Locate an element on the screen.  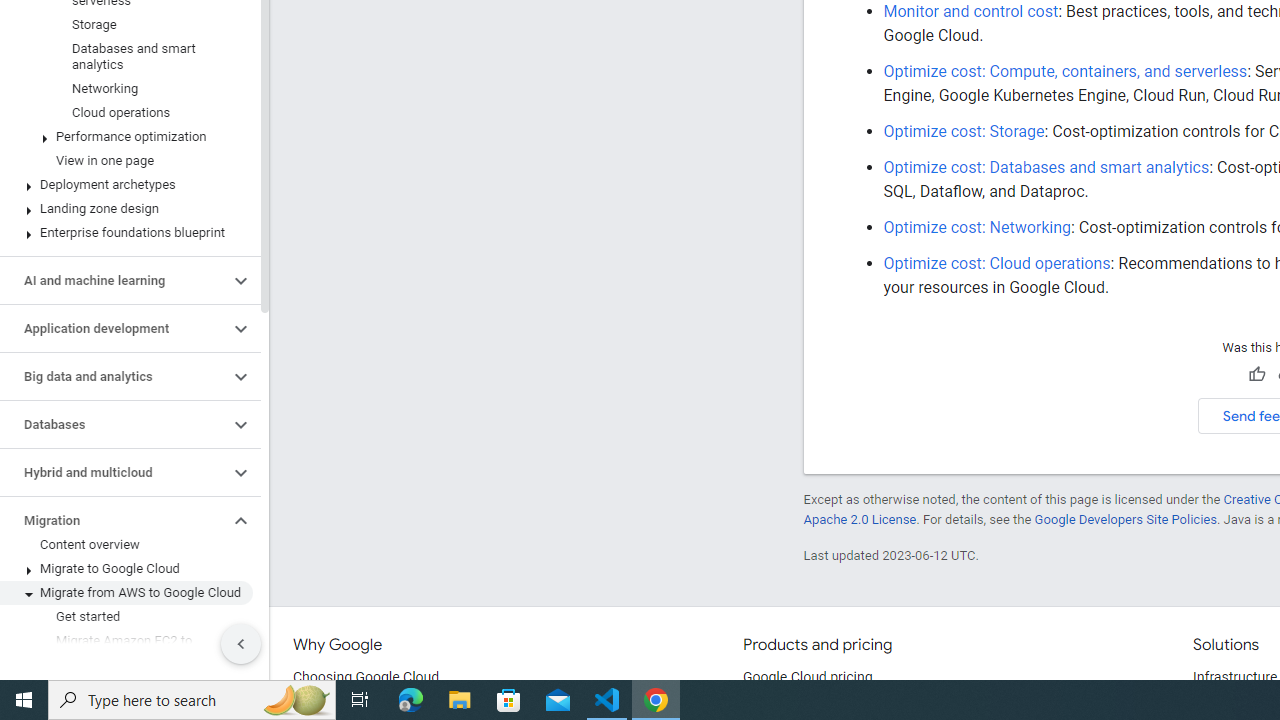
'Performance optimization' is located at coordinates (125, 136).